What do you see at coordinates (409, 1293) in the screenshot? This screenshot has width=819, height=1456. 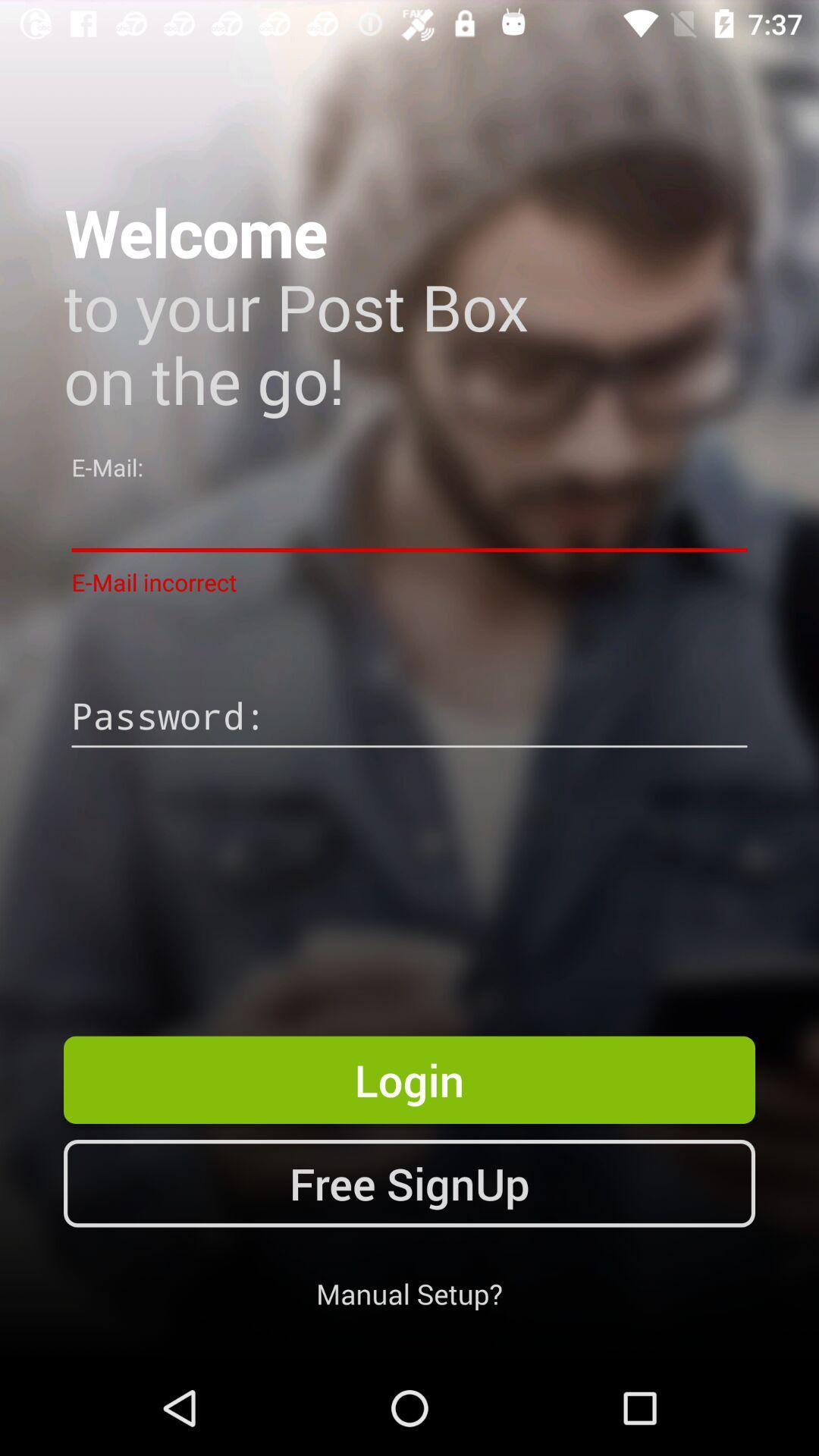 I see `item below the free signup icon` at bounding box center [409, 1293].